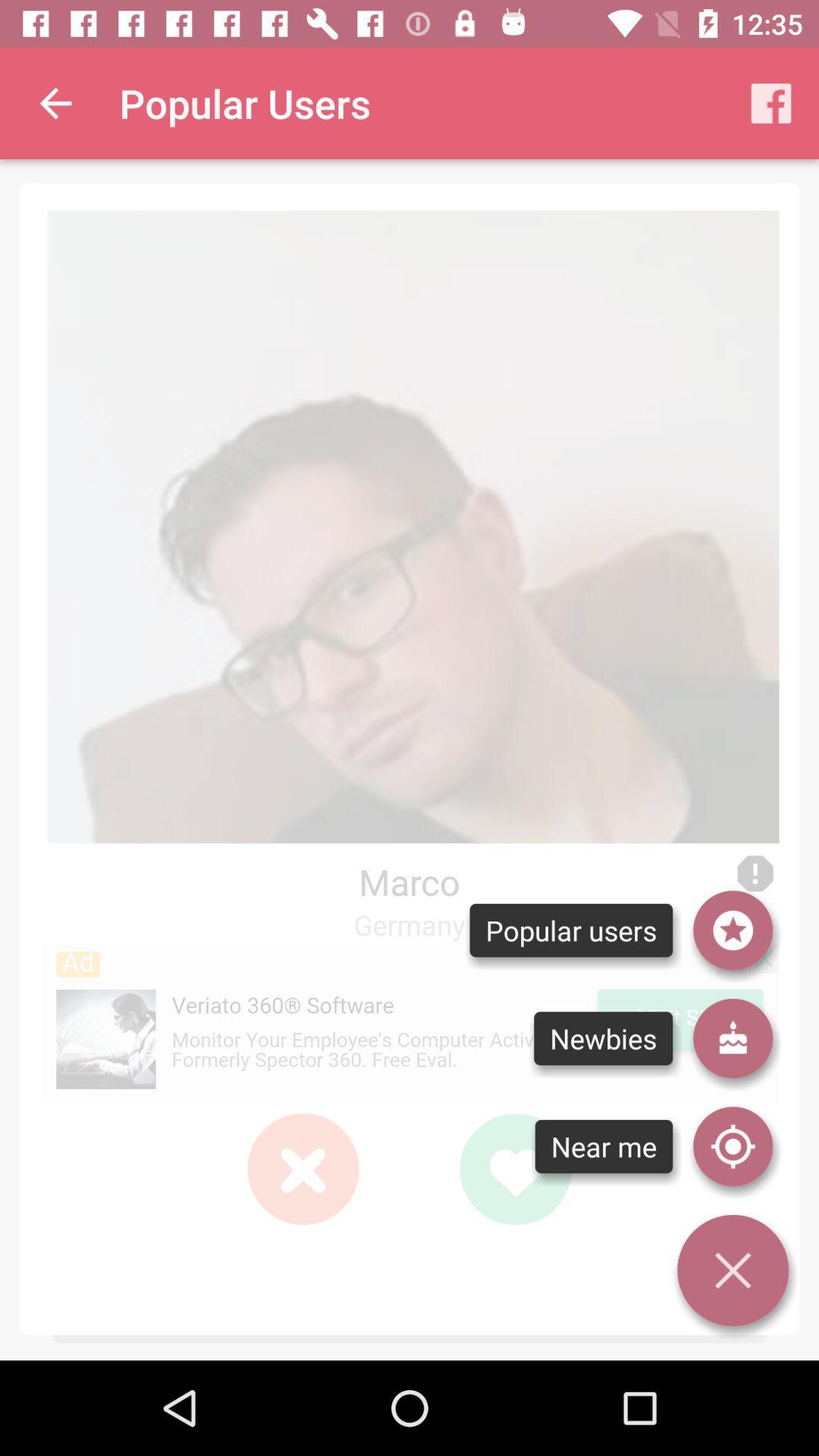  I want to click on the gift icon, so click(732, 1037).